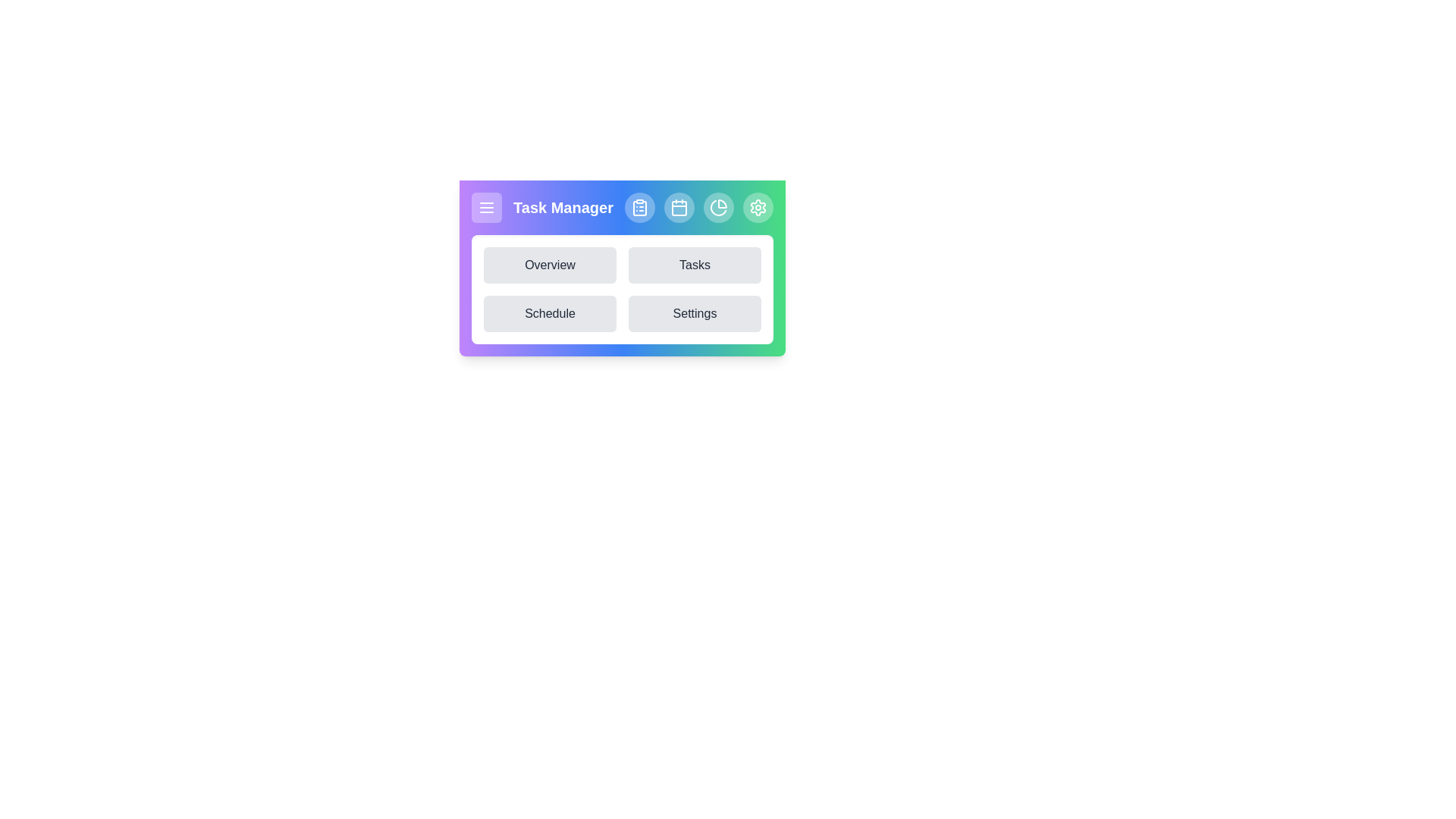 The width and height of the screenshot is (1456, 819). Describe the element at coordinates (694, 312) in the screenshot. I see `the button labeled Settings to observe visual feedback` at that location.